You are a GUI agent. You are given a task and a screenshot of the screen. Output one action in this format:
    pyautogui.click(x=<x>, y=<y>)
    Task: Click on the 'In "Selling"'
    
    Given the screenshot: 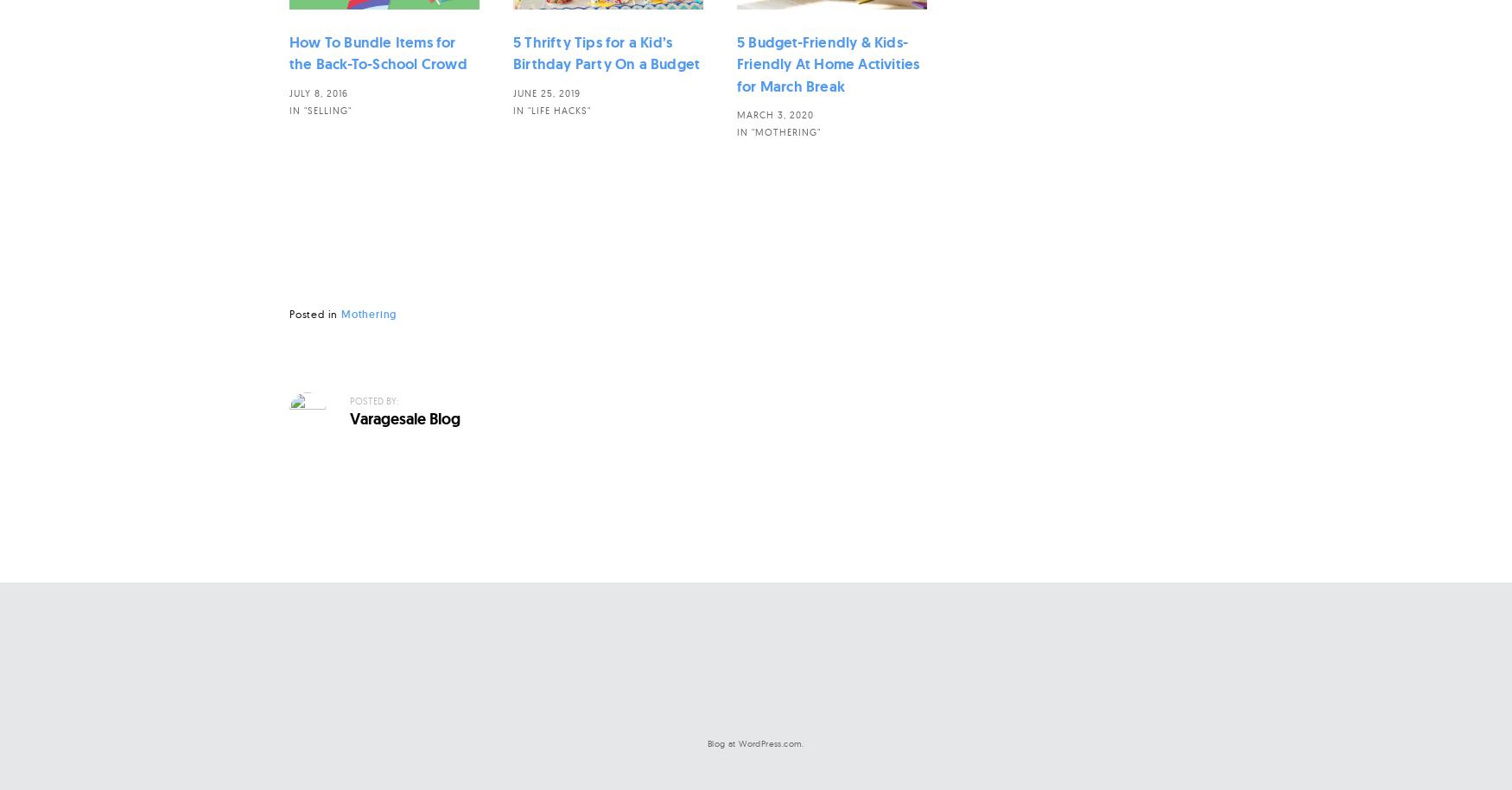 What is the action you would take?
    pyautogui.click(x=321, y=109)
    